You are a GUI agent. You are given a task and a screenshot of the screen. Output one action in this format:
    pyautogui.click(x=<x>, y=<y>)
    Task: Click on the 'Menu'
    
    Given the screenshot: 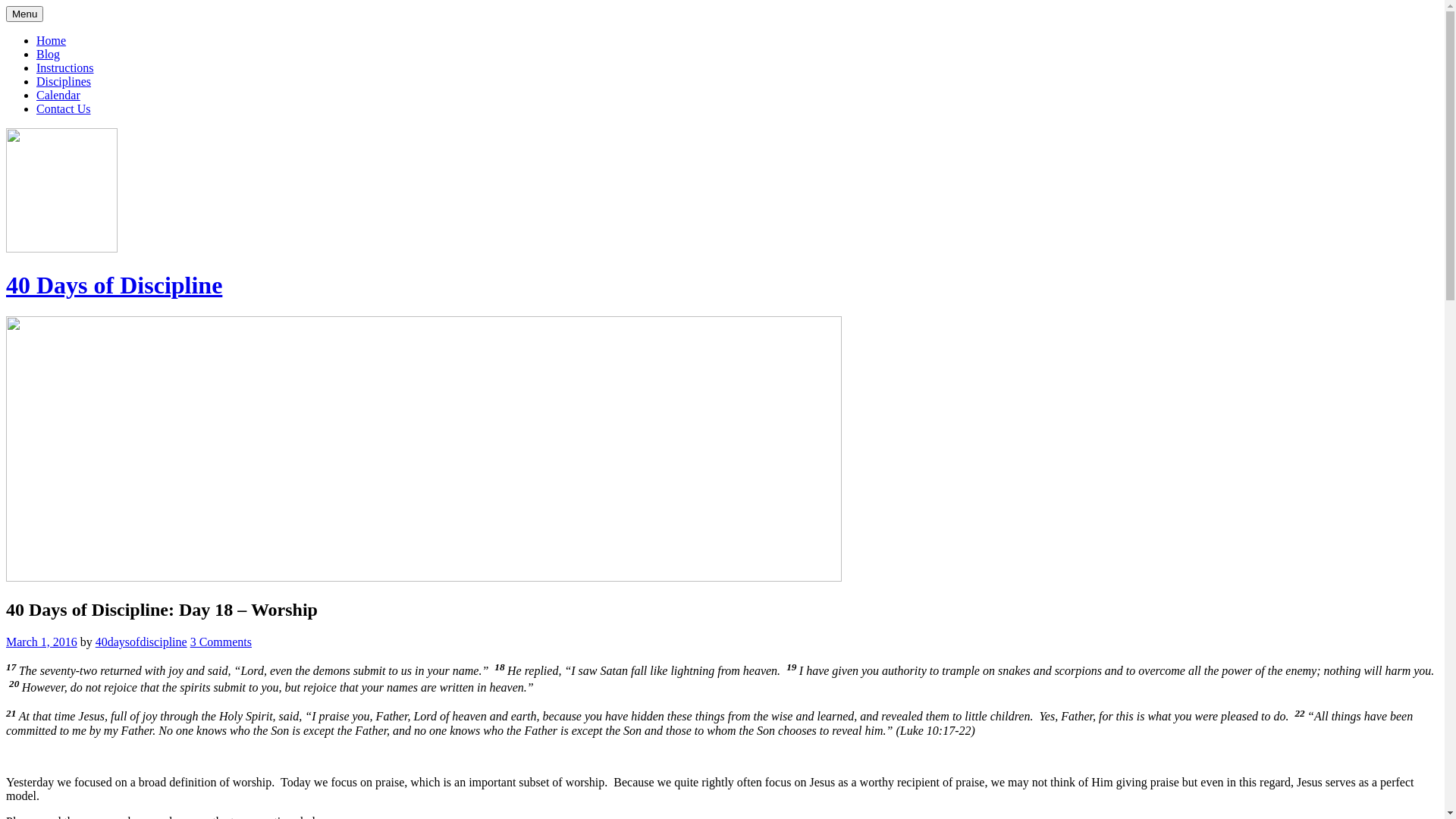 What is the action you would take?
    pyautogui.click(x=24, y=14)
    